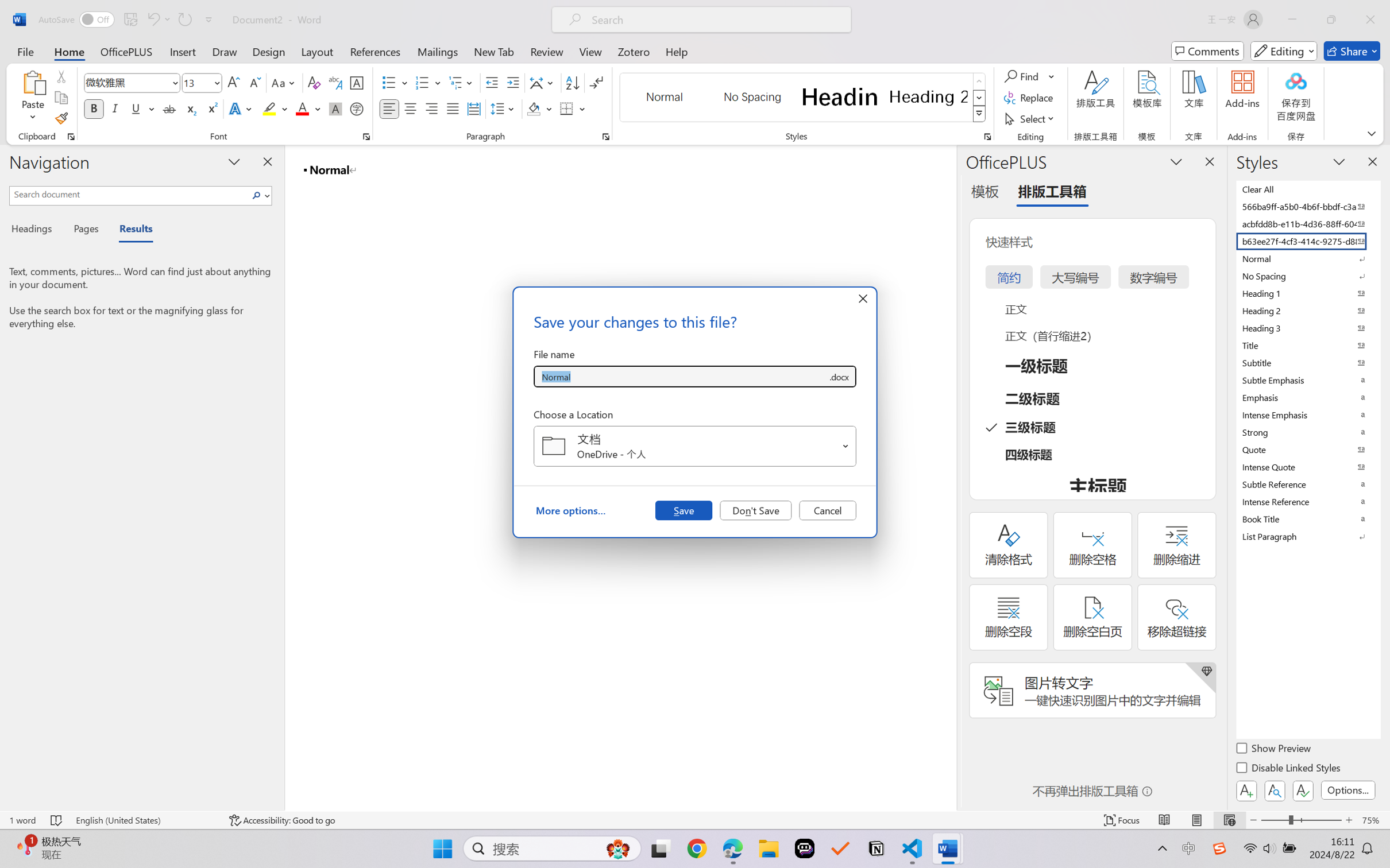 The image size is (1390, 868). I want to click on 'Customize Quick Access Toolbar', so click(208, 19).